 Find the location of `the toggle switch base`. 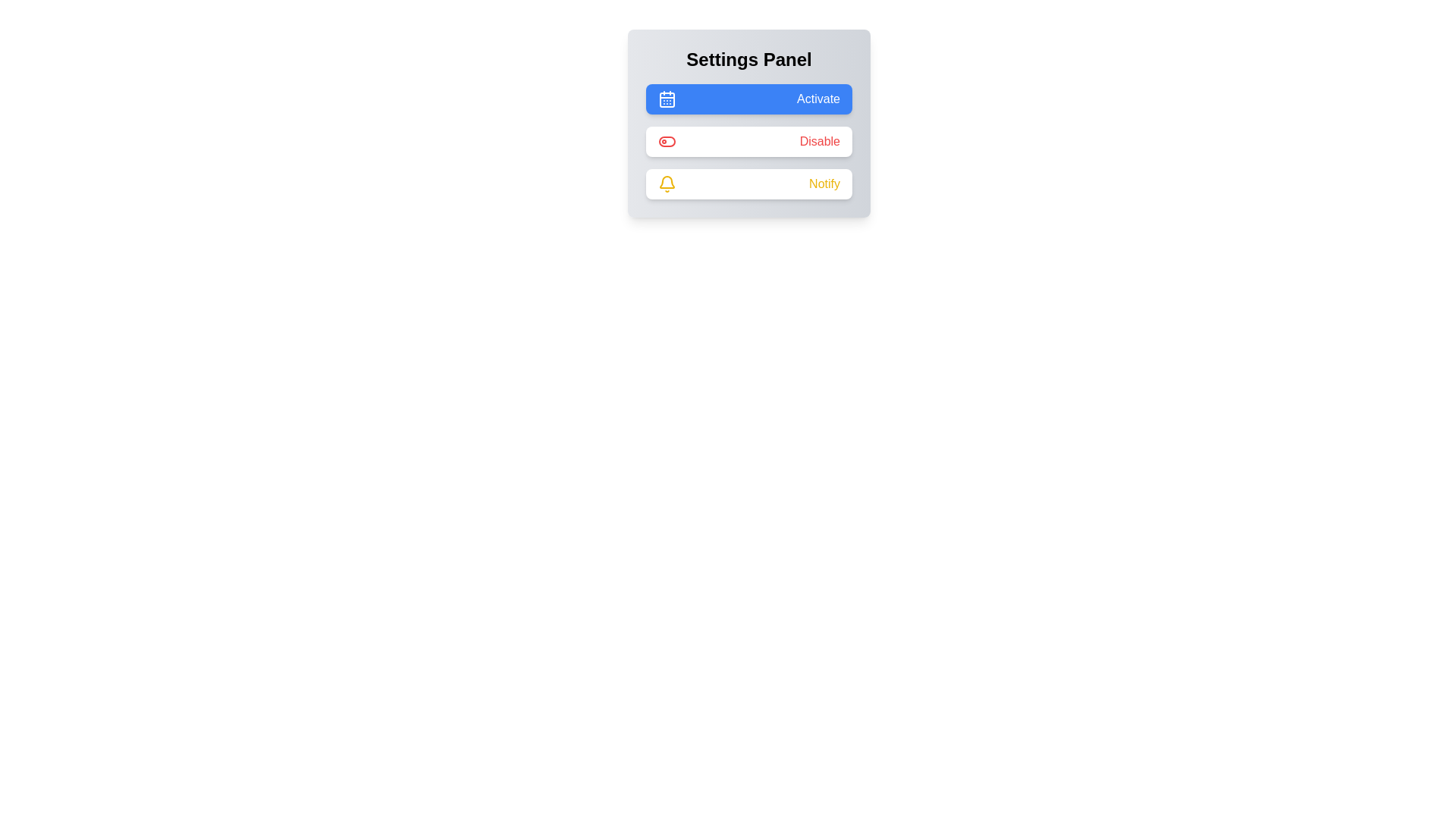

the toggle switch base is located at coordinates (667, 141).